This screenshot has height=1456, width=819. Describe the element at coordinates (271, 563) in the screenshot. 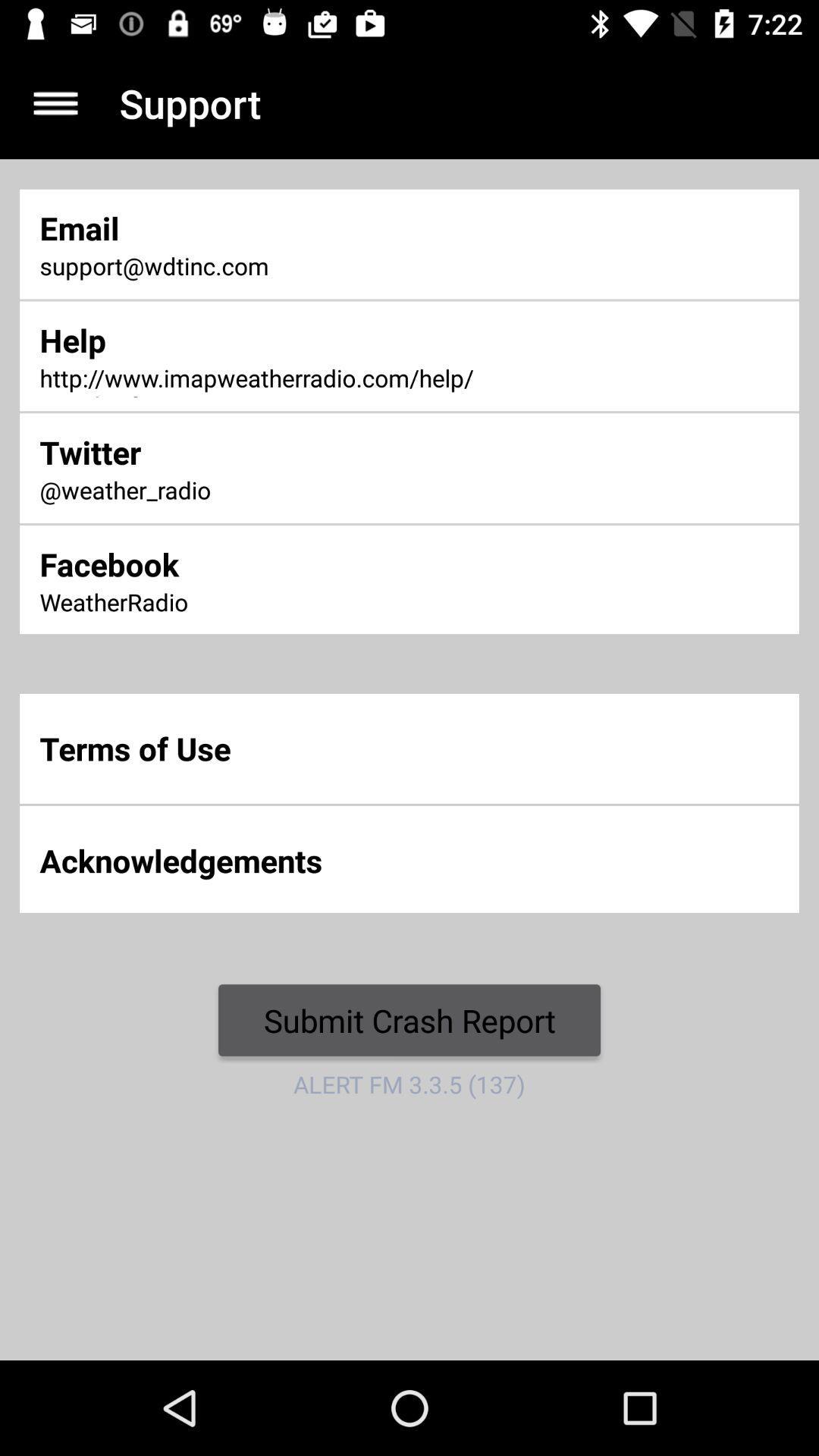

I see `item below the @weather_radio` at that location.